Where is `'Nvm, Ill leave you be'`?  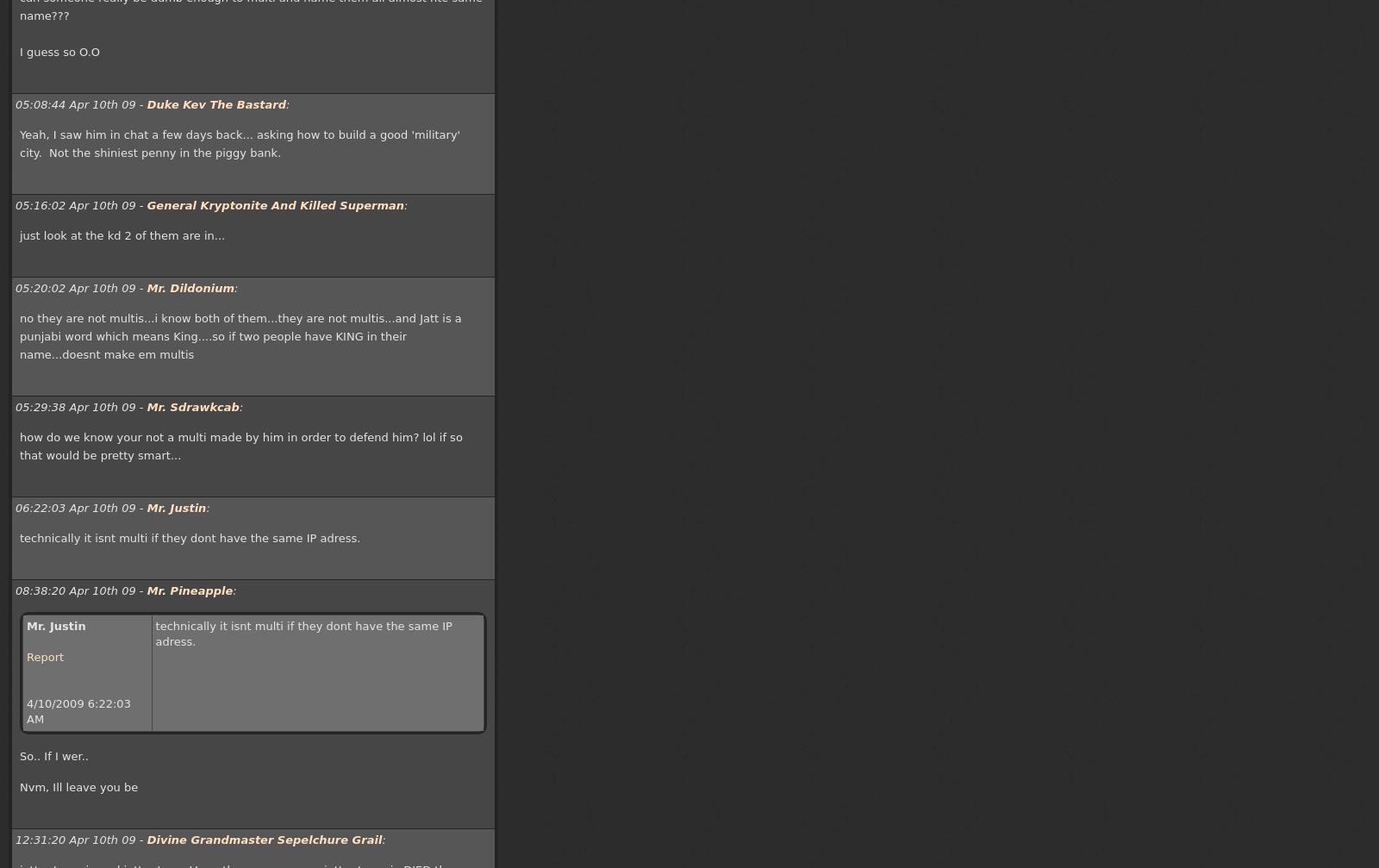
'Nvm, Ill leave you be' is located at coordinates (78, 786).